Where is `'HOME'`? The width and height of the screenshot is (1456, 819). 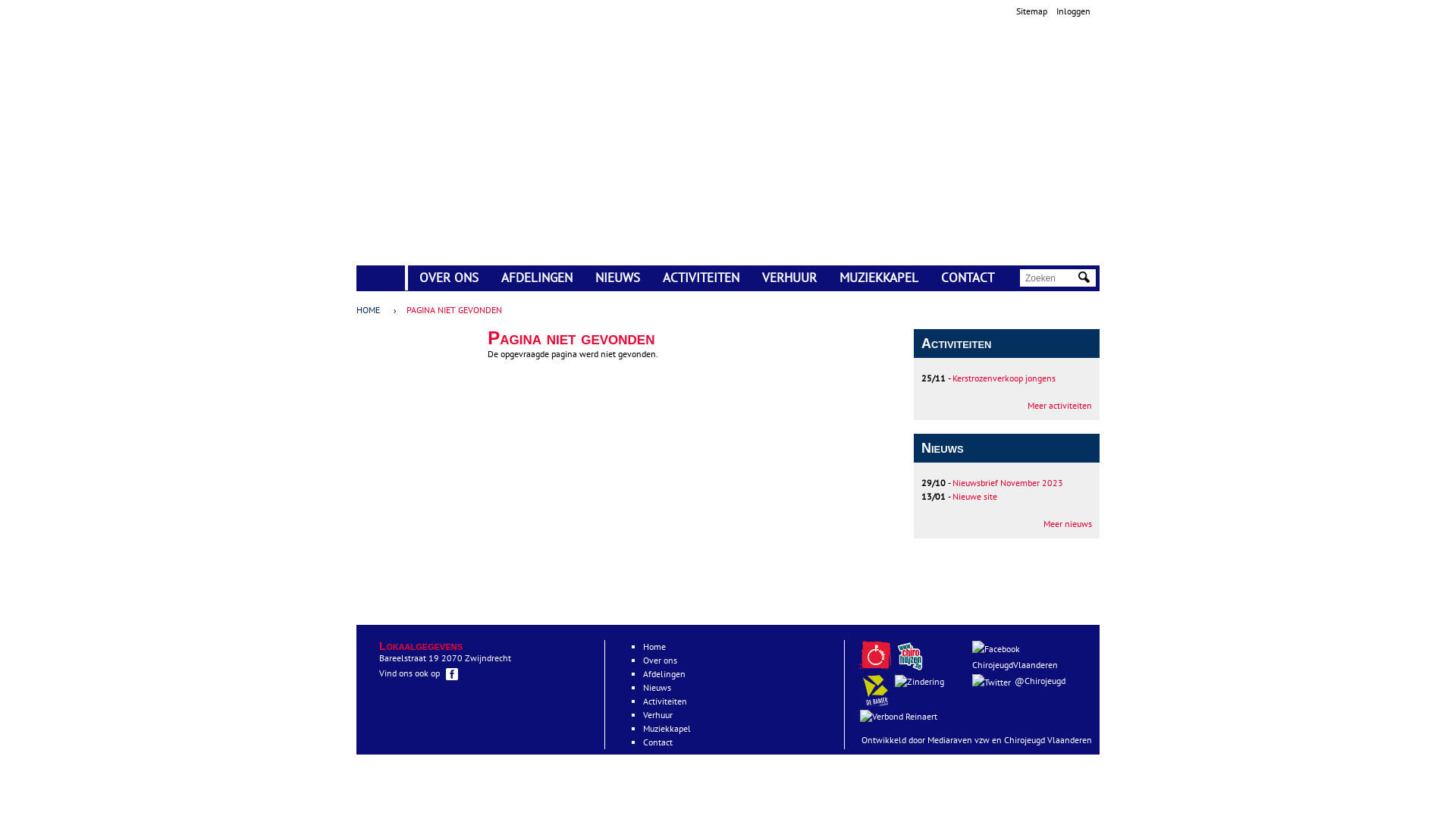
'HOME' is located at coordinates (356, 271).